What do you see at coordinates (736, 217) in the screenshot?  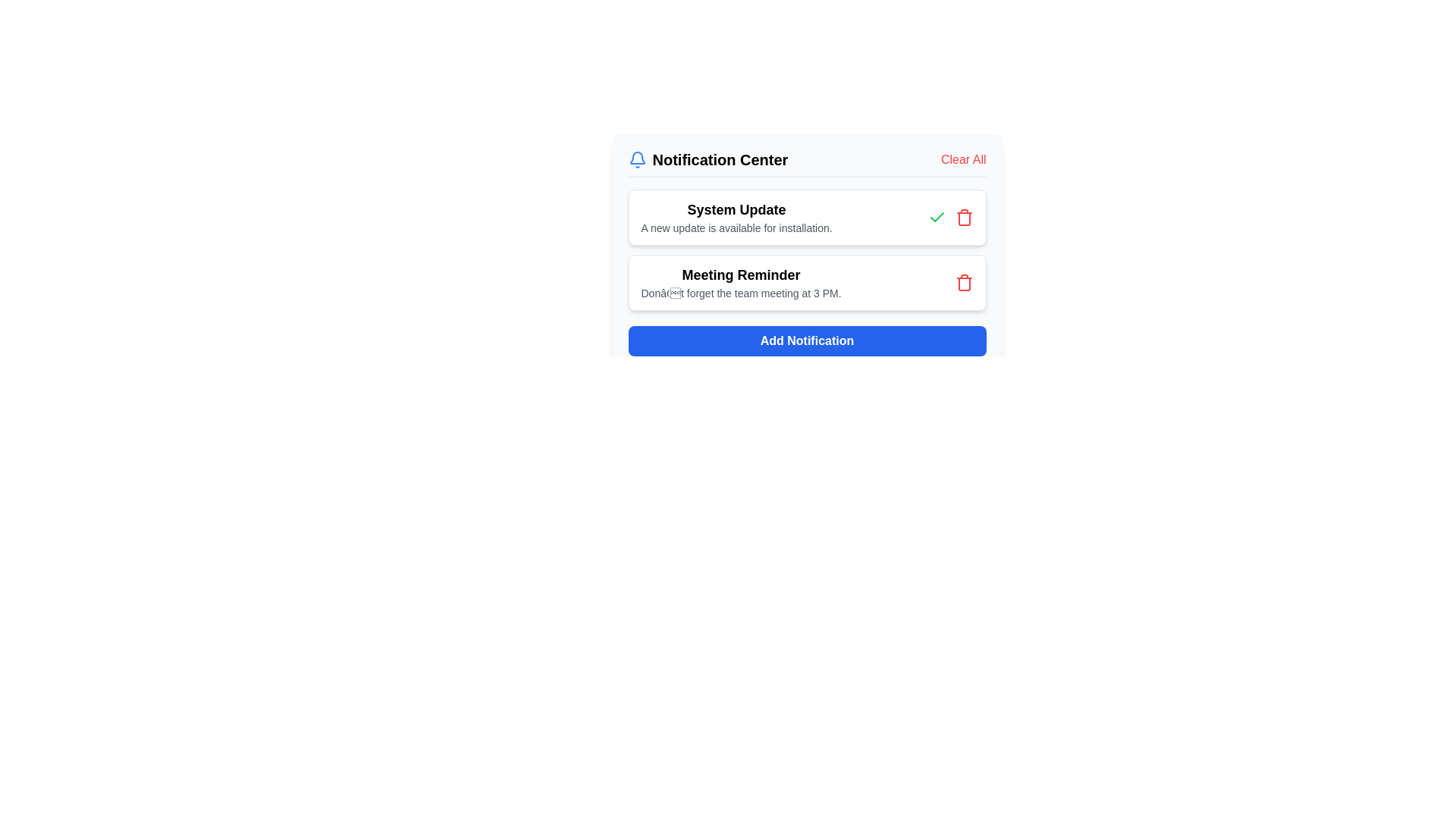 I see `text content of the top notification item in the notification list, which displays a system update notification title and description` at bounding box center [736, 217].